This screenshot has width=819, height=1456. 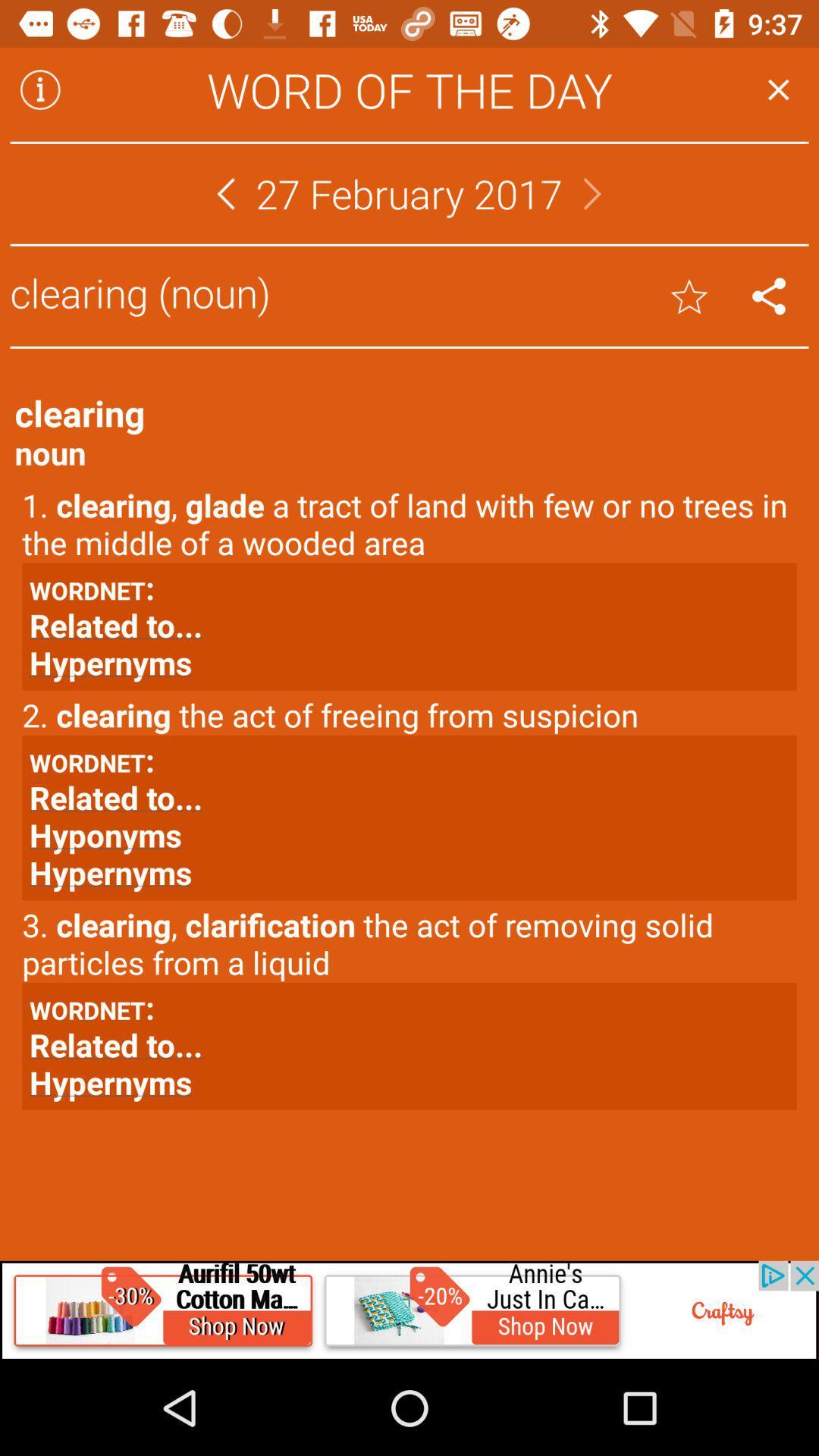 I want to click on go back, so click(x=225, y=193).